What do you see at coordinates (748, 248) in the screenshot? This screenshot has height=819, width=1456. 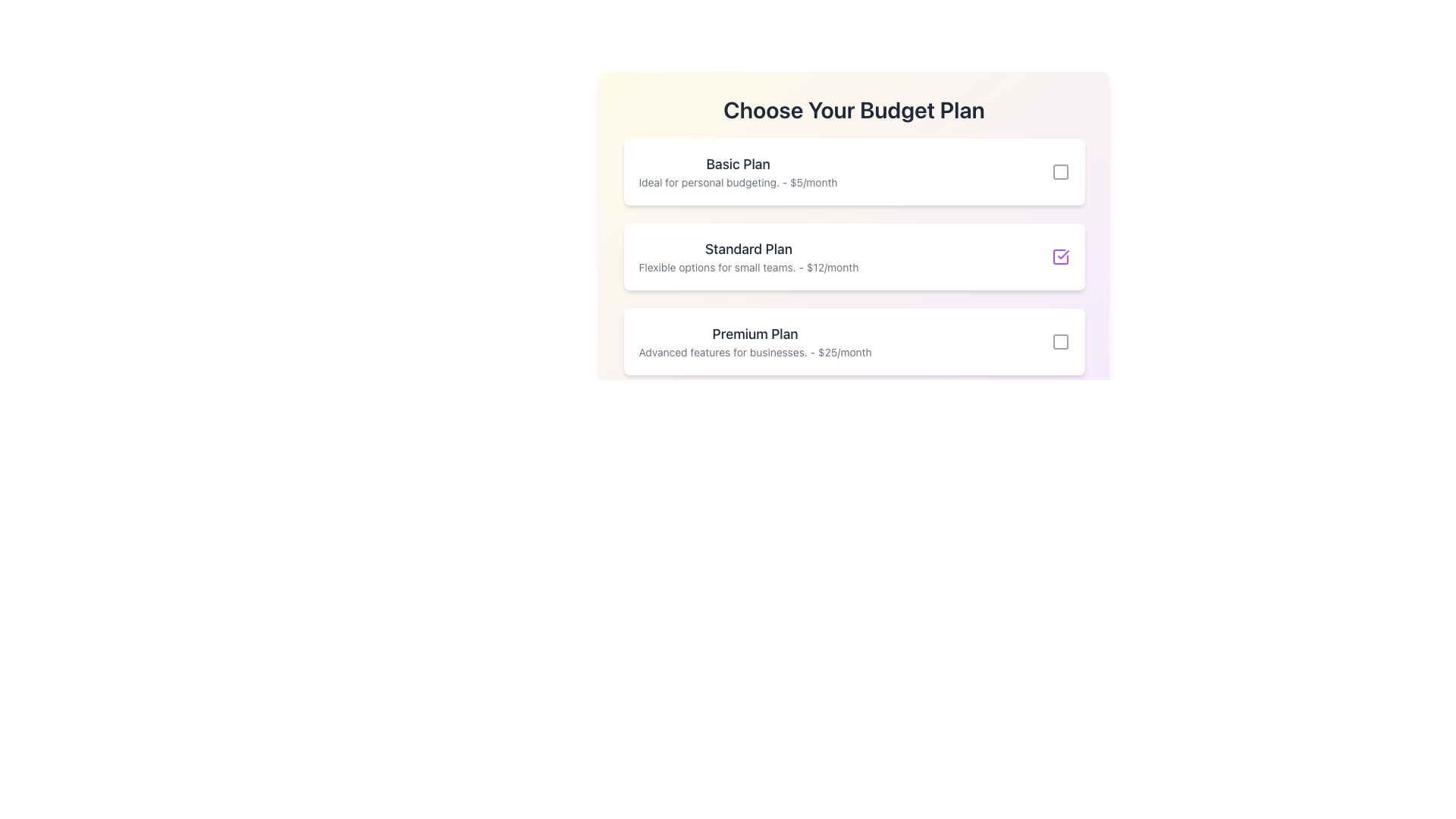 I see `title of the text label displaying 'Standard Plan', which is in bold and larger than surrounding text, located within the white card titled 'Standard Plan Flexible options for small teams. - $12/month'` at bounding box center [748, 248].